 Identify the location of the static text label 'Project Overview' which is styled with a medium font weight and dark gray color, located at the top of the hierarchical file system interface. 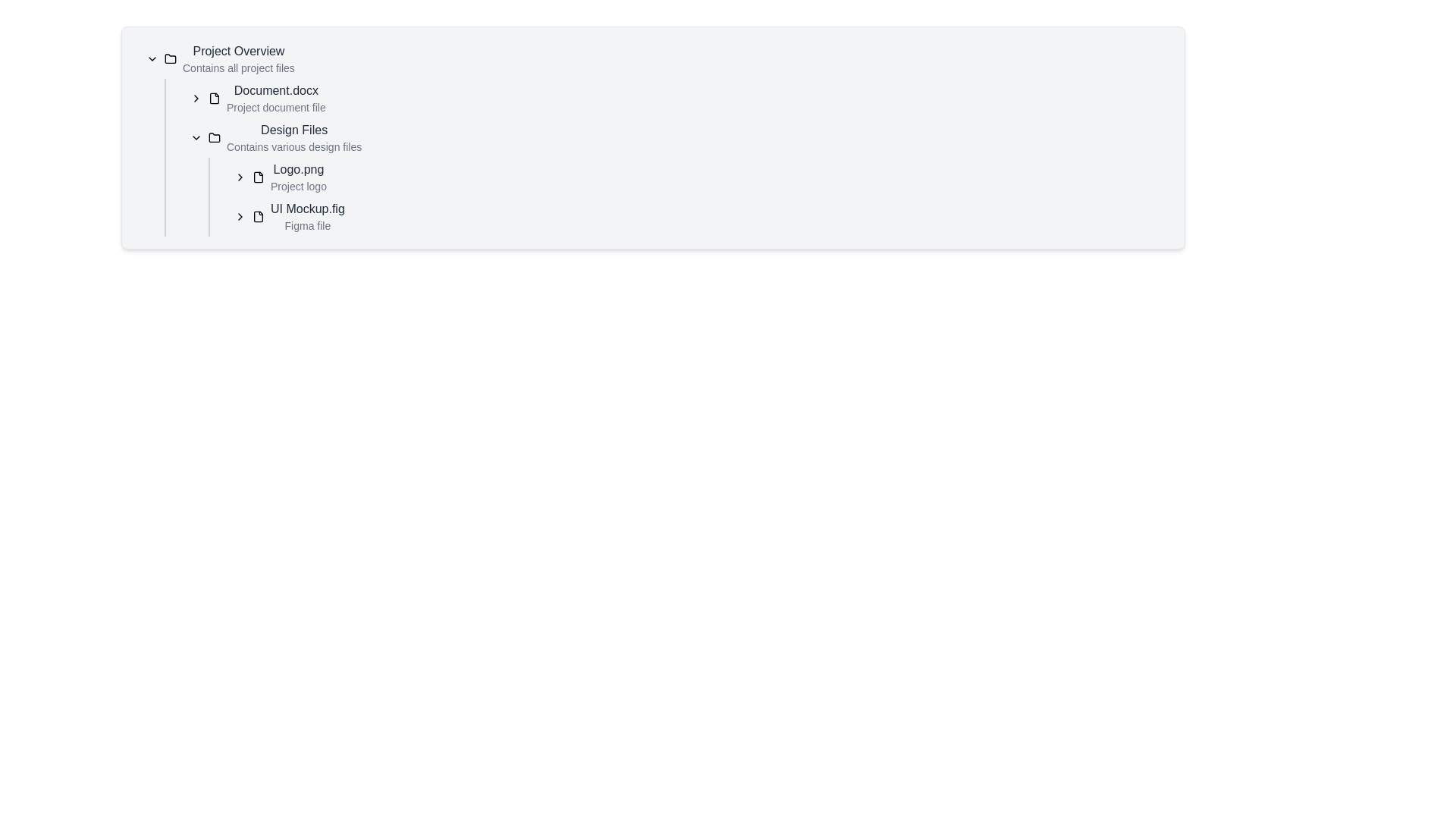
(237, 51).